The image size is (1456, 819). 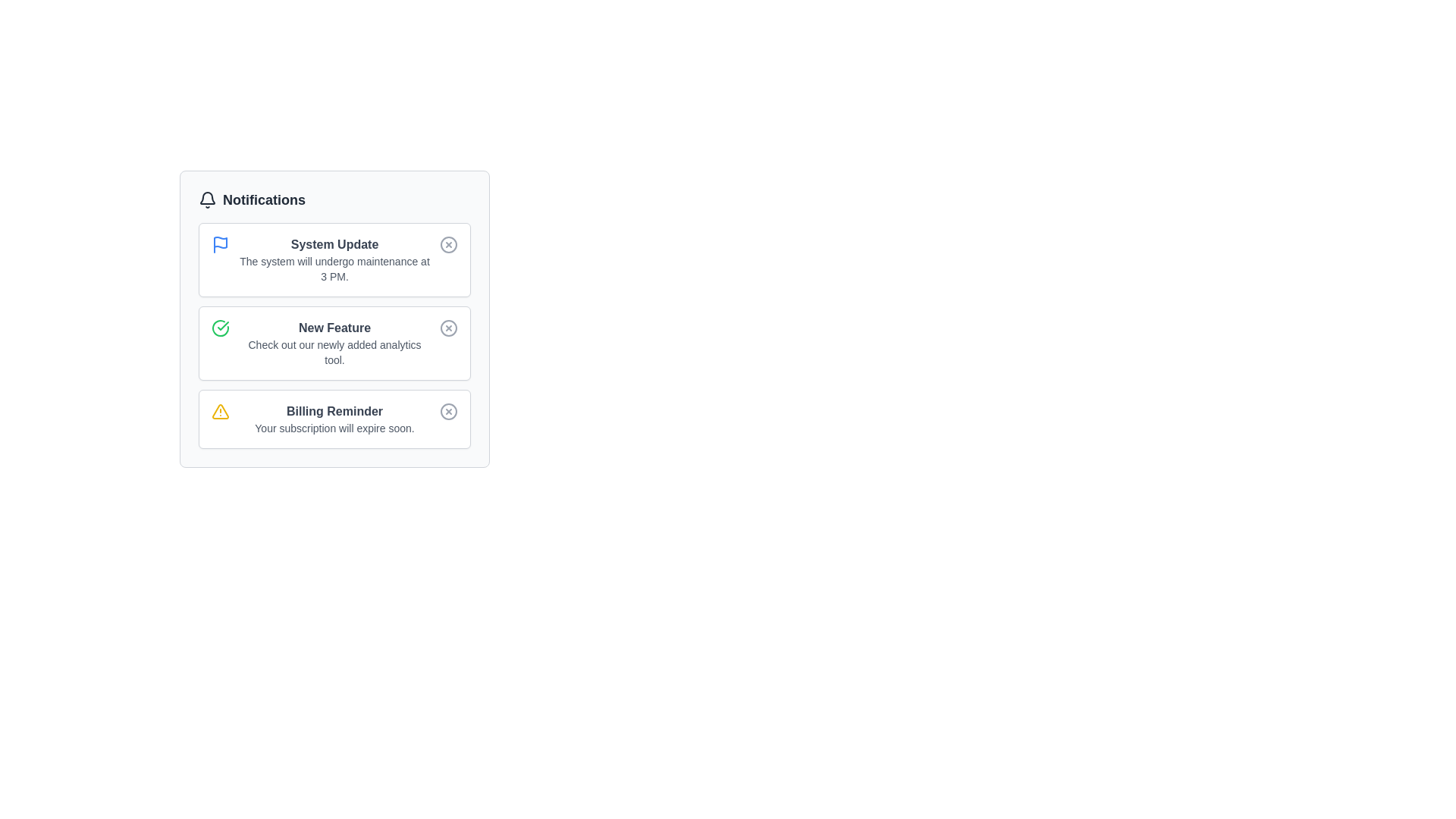 What do you see at coordinates (220, 244) in the screenshot?
I see `the small blue flag icon located at the top-left corner of the 'System Update' notification card` at bounding box center [220, 244].